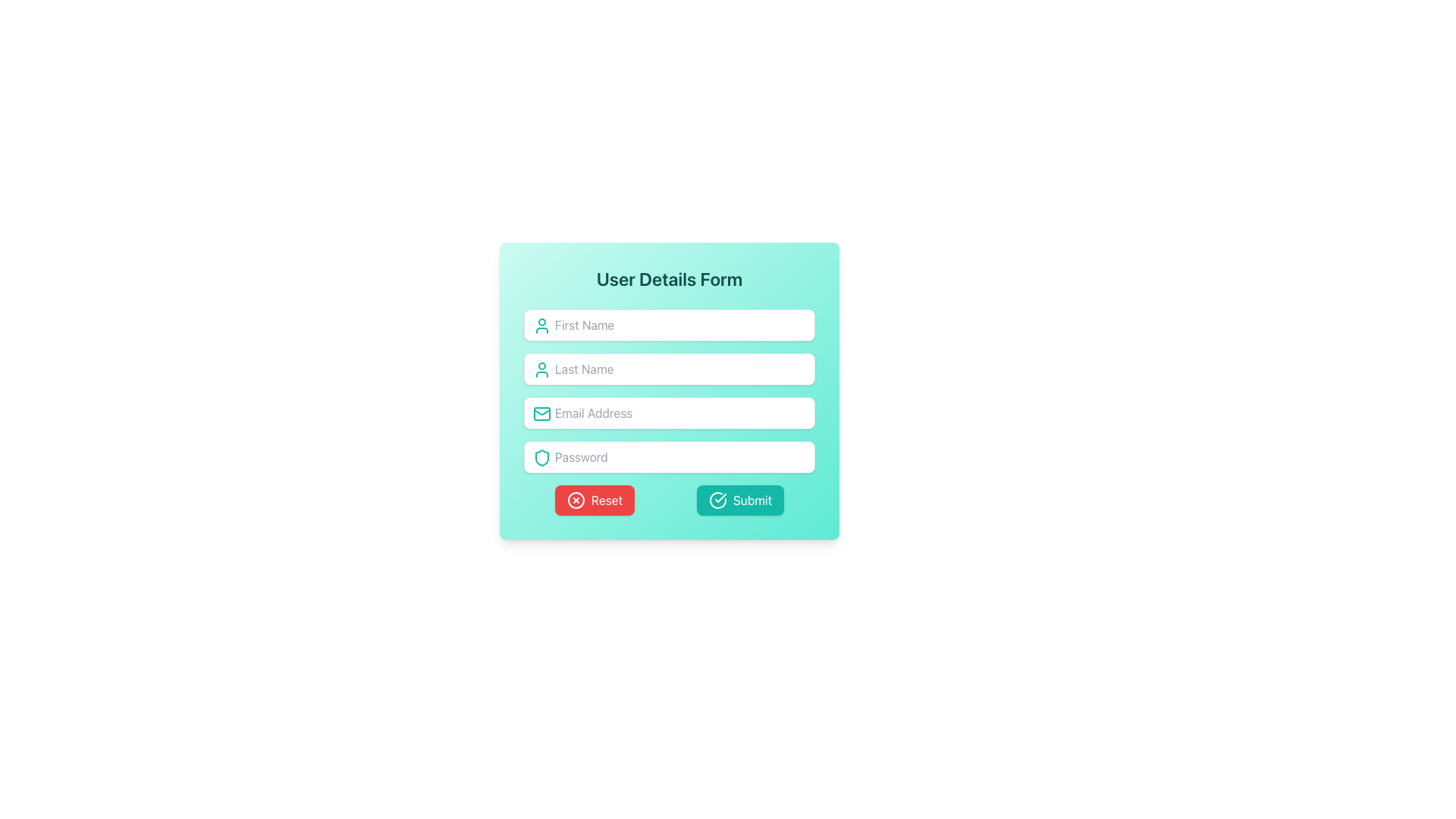 This screenshot has height=819, width=1456. Describe the element at coordinates (717, 500) in the screenshot. I see `the Submit button which contains a circular visual styled as a part of a checkmark, located at the bottom right corner of the form` at that location.